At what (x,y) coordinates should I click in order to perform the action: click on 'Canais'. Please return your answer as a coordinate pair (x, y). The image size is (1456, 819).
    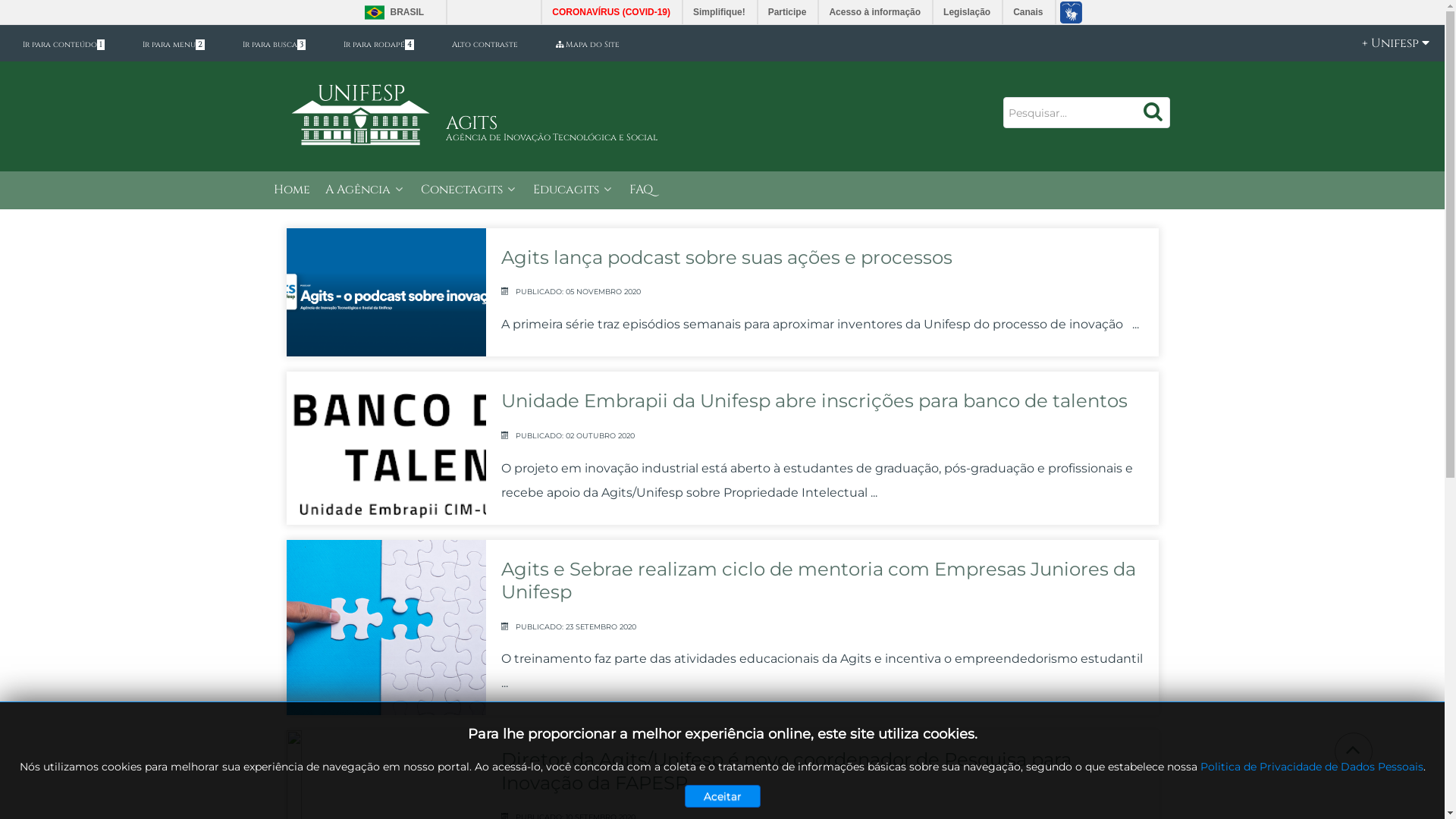
    Looking at the image, I should click on (1028, 11).